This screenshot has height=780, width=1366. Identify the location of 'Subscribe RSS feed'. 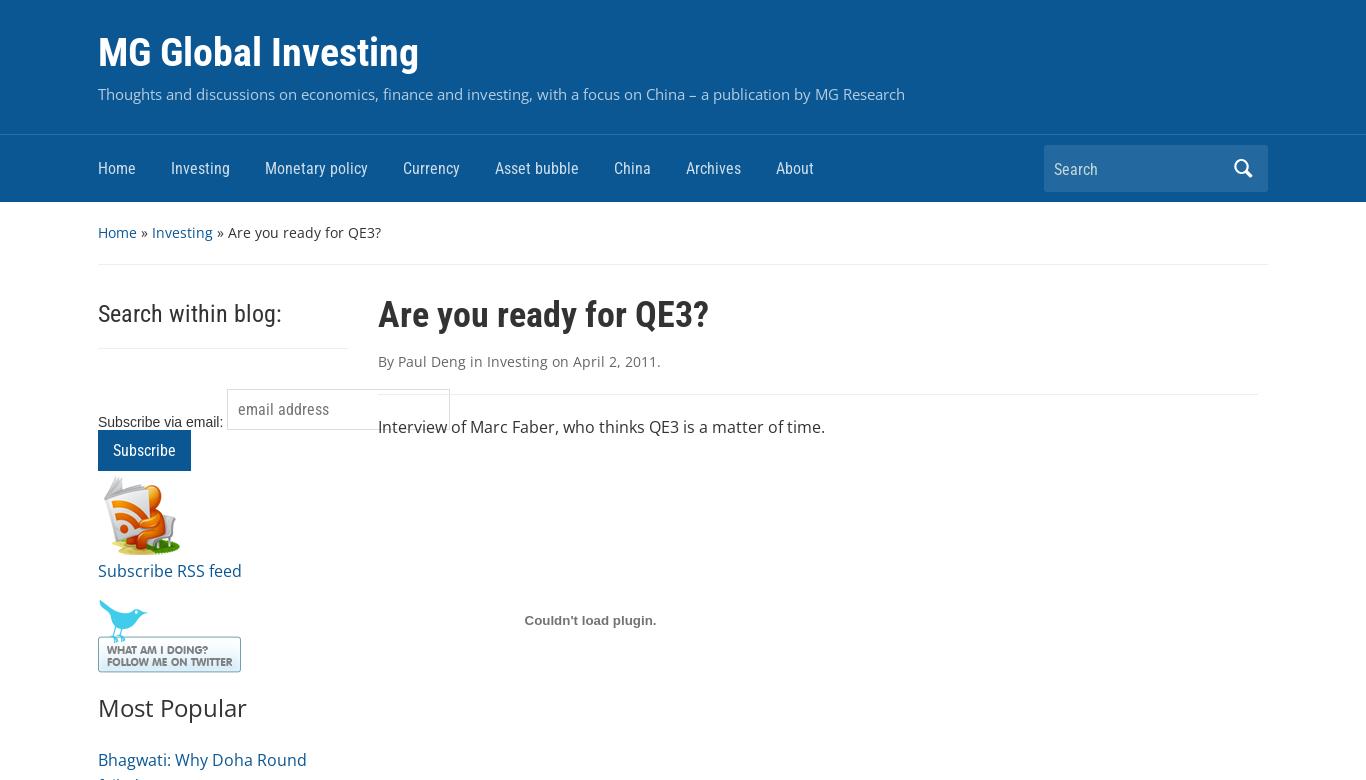
(97, 570).